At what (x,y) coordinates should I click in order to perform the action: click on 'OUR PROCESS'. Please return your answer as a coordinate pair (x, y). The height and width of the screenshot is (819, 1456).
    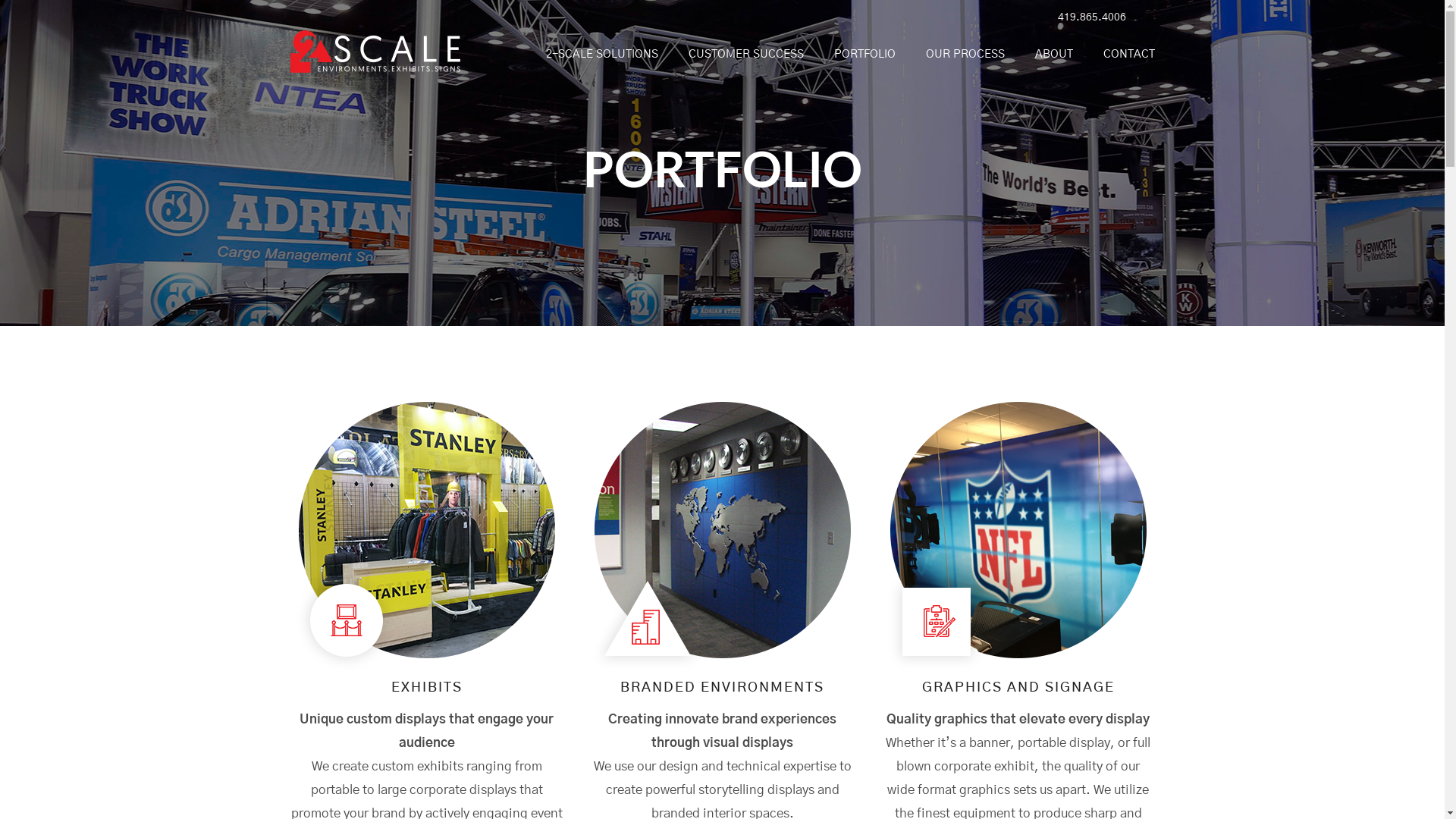
    Looking at the image, I should click on (964, 54).